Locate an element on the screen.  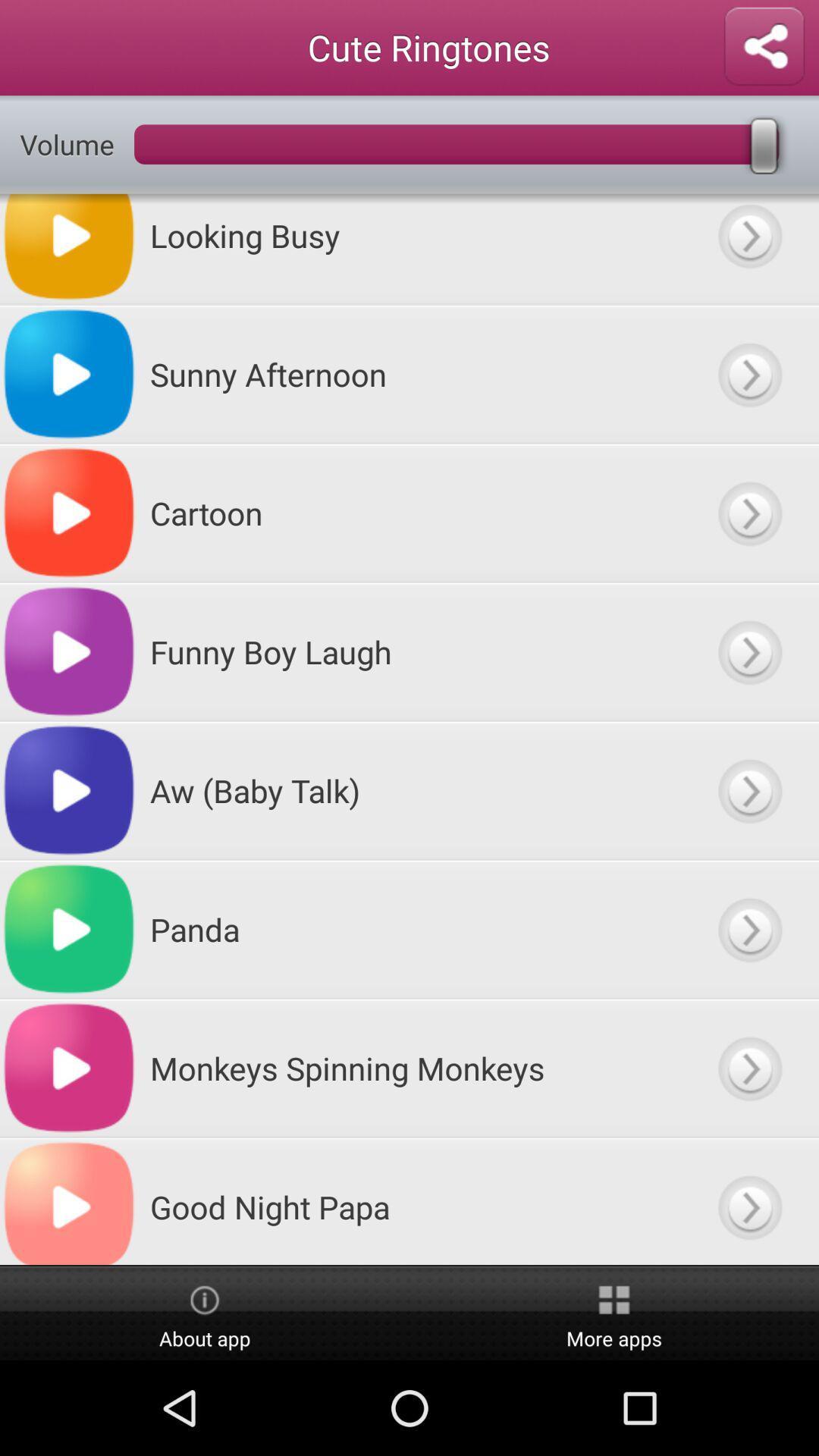
panda is located at coordinates (748, 928).